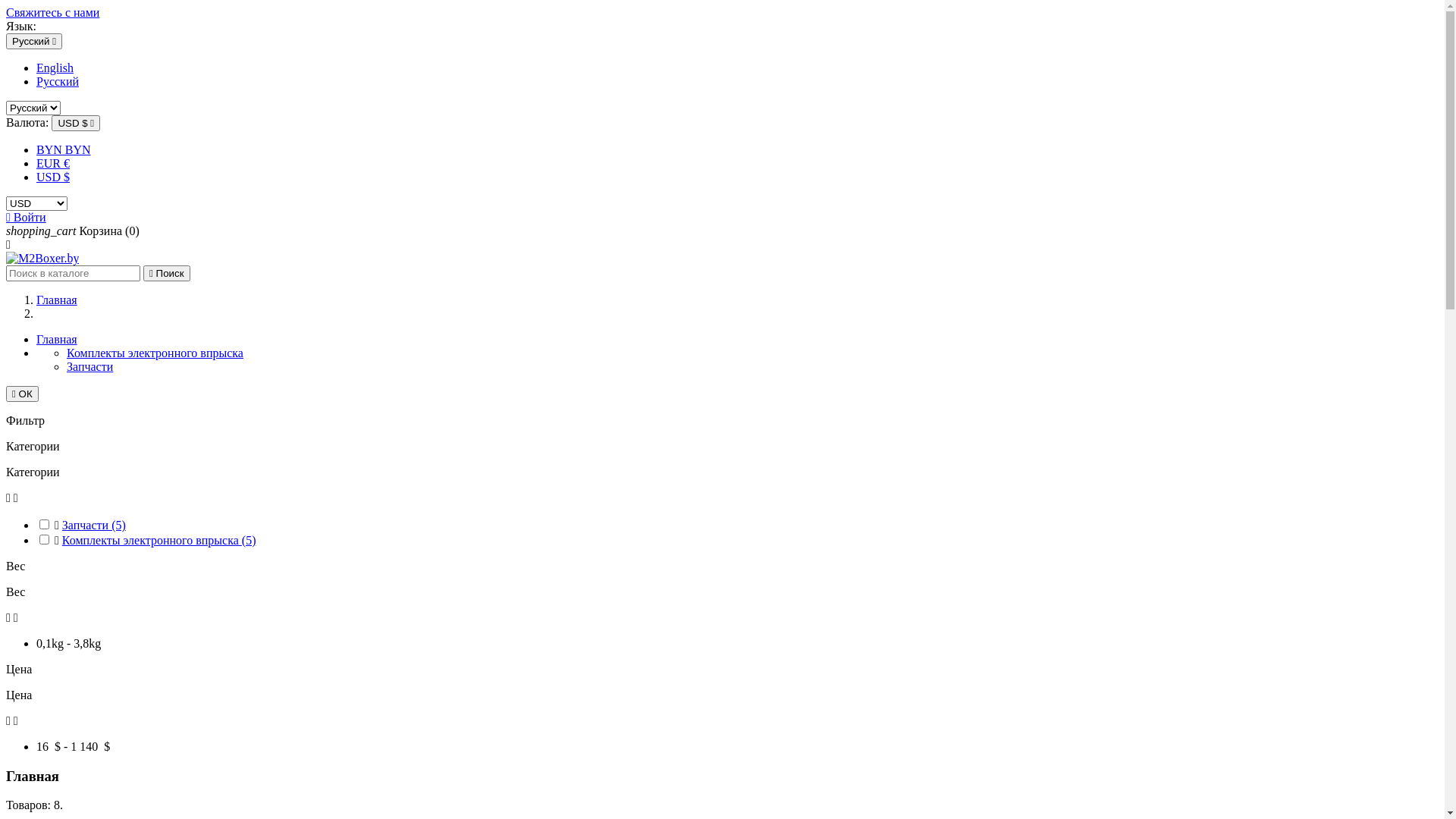 The width and height of the screenshot is (1456, 819). Describe the element at coordinates (55, 67) in the screenshot. I see `'English'` at that location.